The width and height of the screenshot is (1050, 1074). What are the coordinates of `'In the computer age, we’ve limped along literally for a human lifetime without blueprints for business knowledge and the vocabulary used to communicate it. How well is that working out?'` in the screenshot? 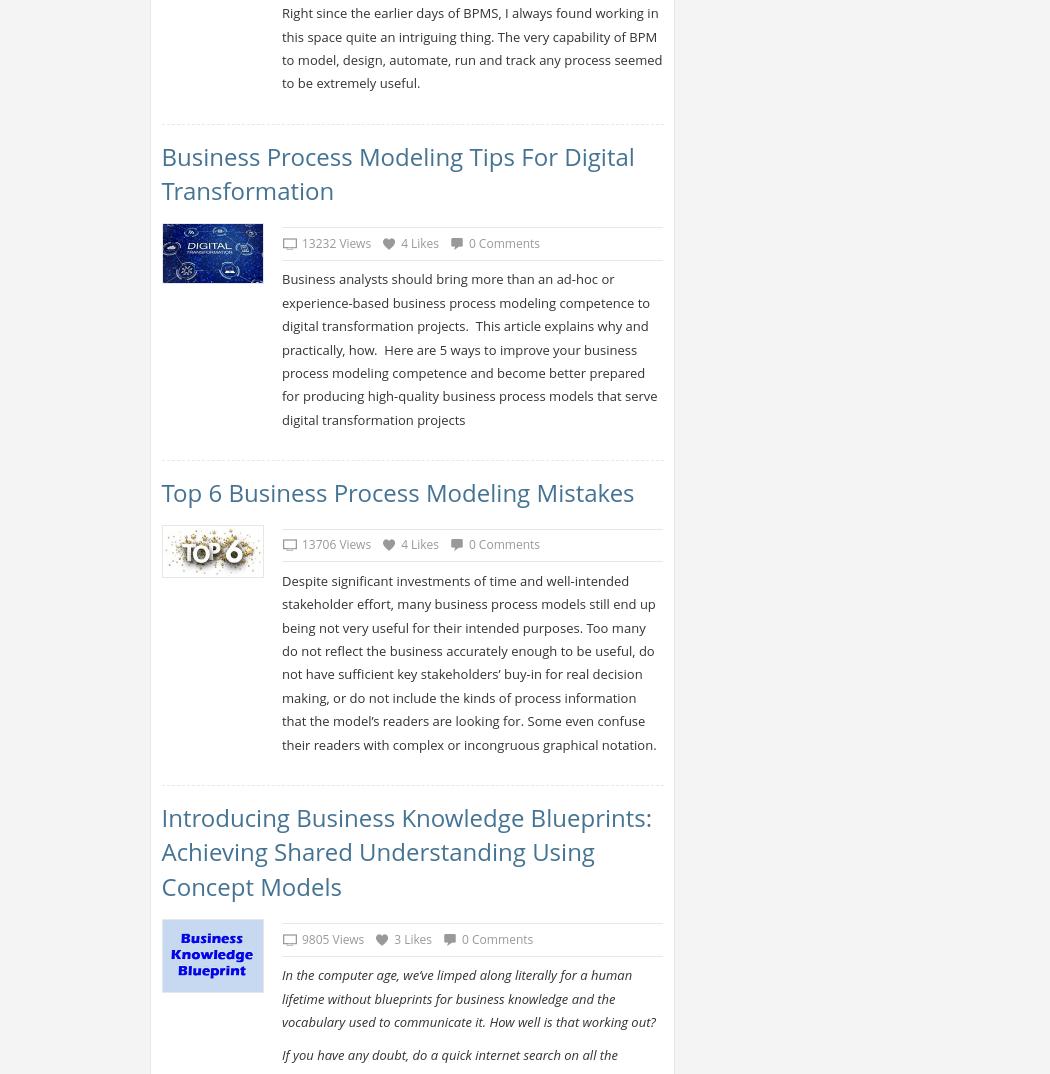 It's located at (467, 997).